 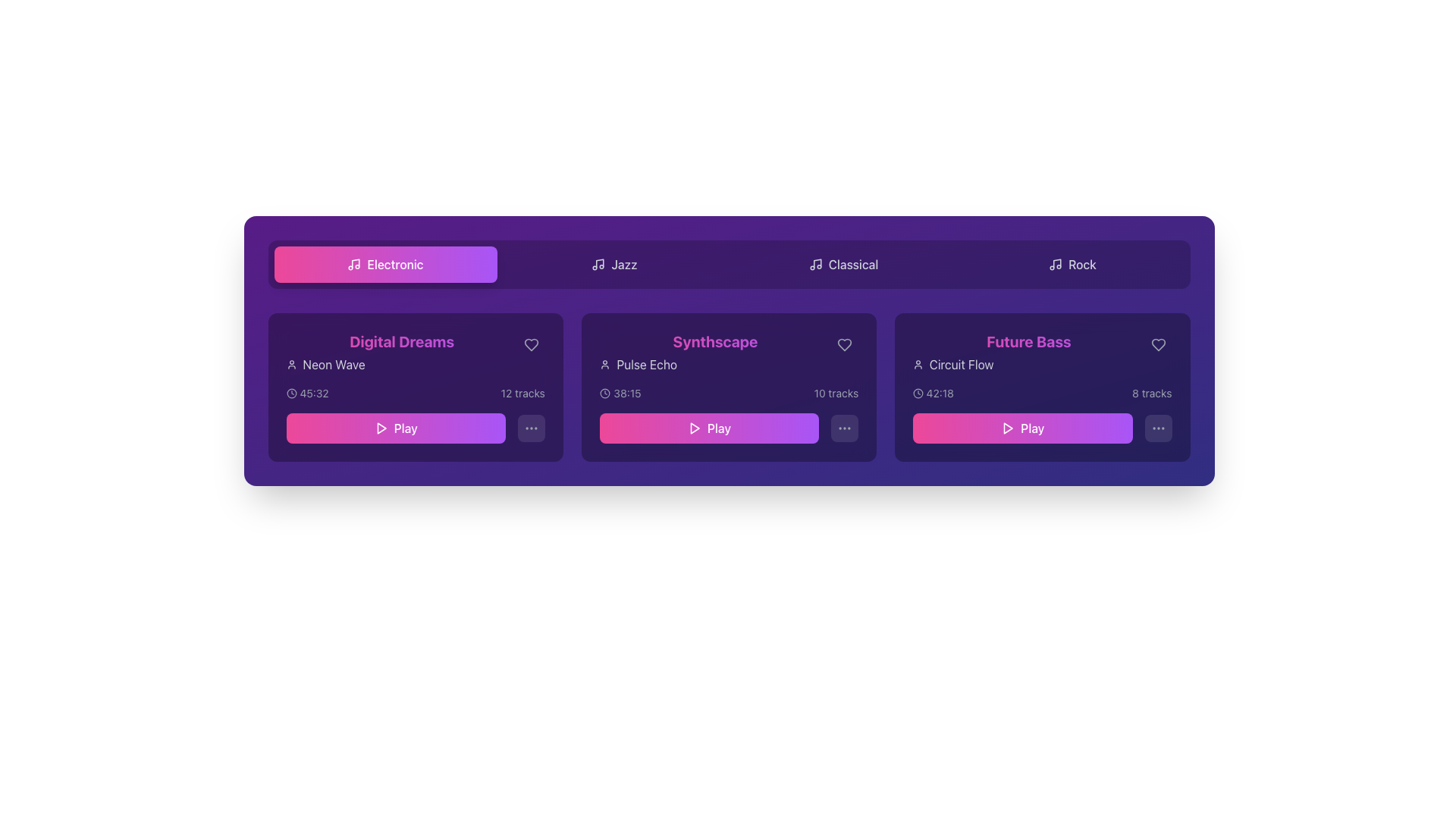 What do you see at coordinates (1055, 263) in the screenshot?
I see `the 'Rock' genre icon in the horizontal navigation bar, located to the left of the 'Rock' text label` at bounding box center [1055, 263].